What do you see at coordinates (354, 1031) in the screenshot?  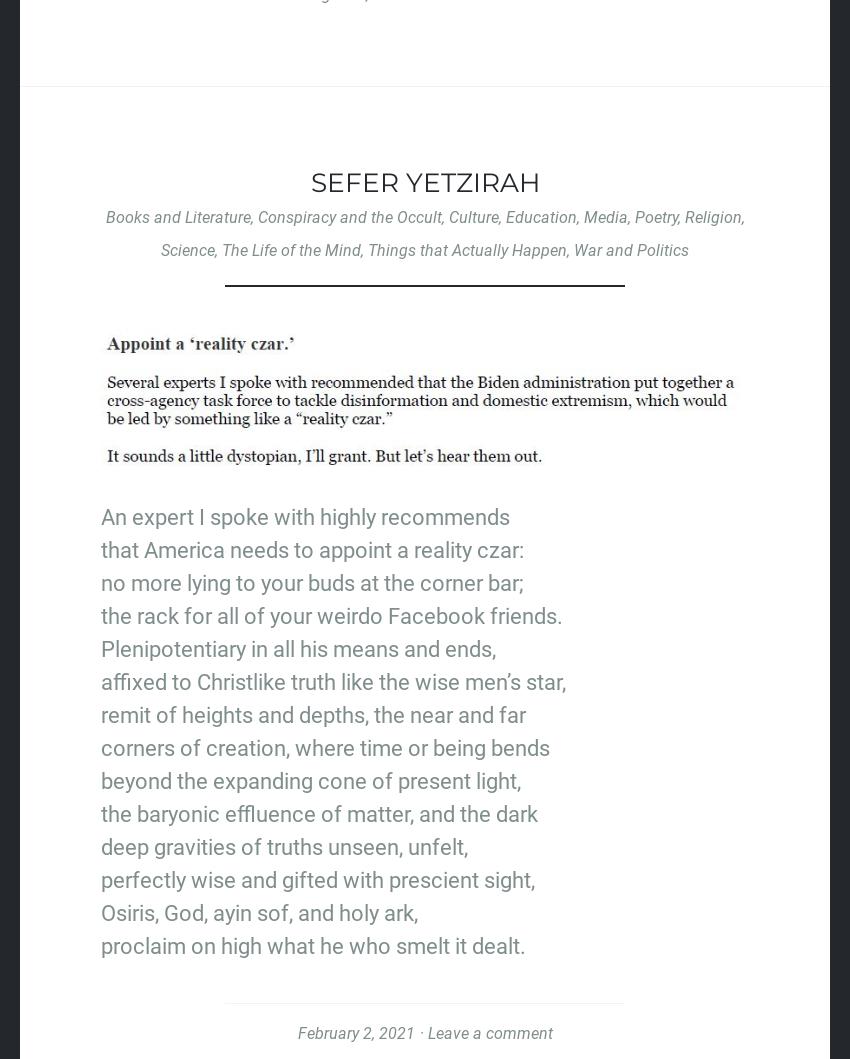 I see `'February 2, 2021'` at bounding box center [354, 1031].